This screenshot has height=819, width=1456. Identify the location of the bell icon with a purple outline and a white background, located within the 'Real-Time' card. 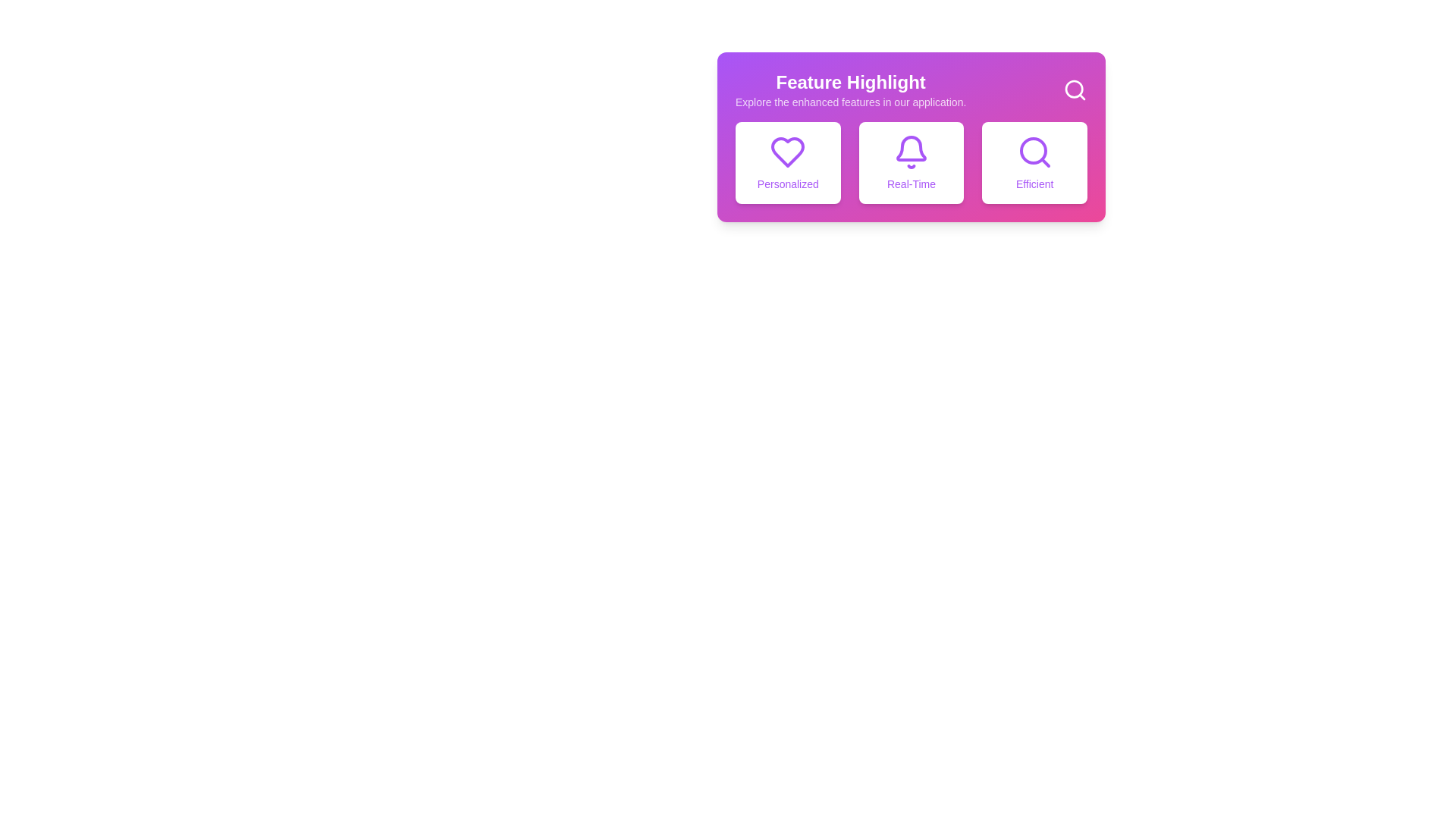
(910, 152).